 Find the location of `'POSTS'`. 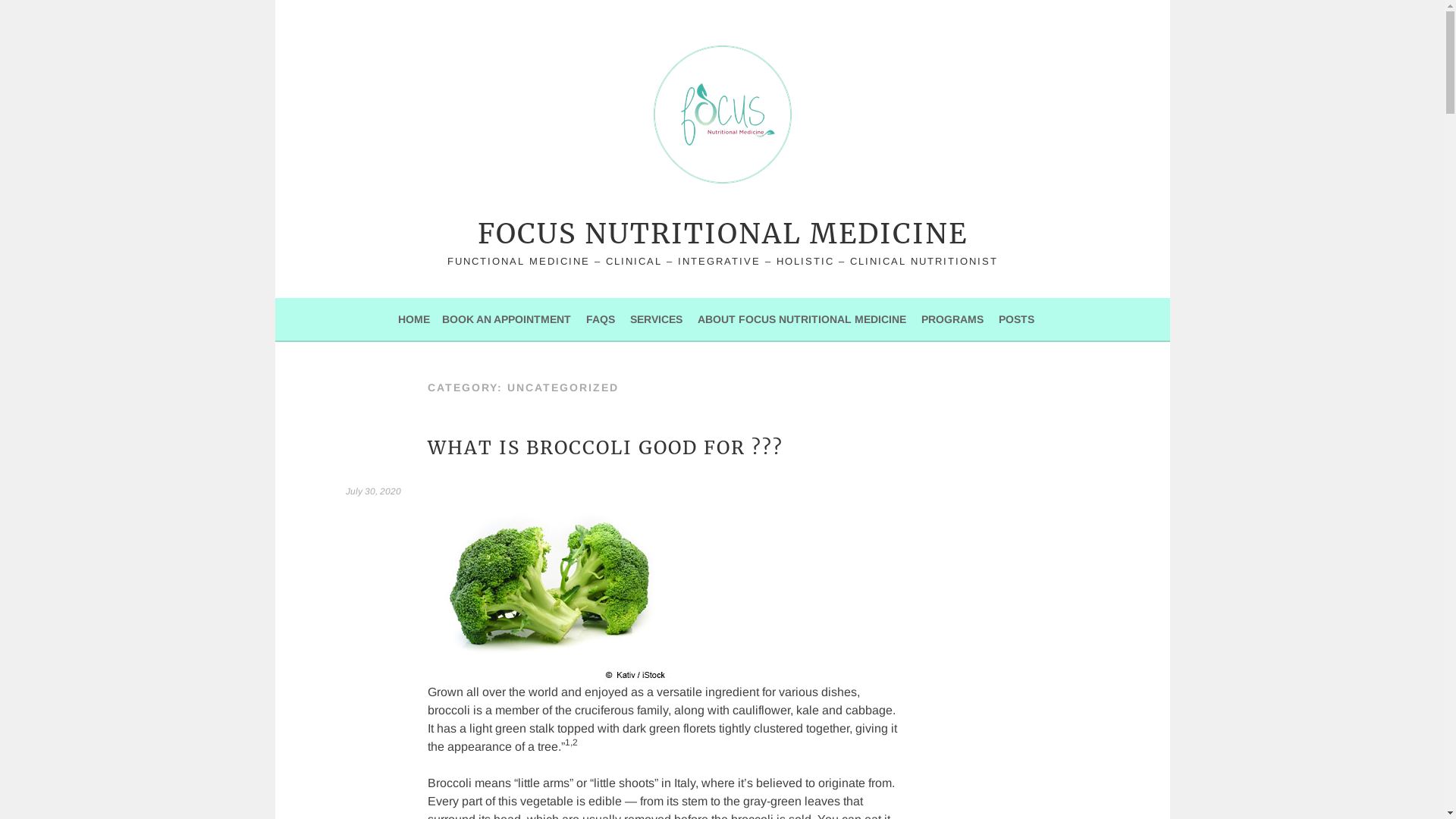

'POSTS' is located at coordinates (1016, 318).